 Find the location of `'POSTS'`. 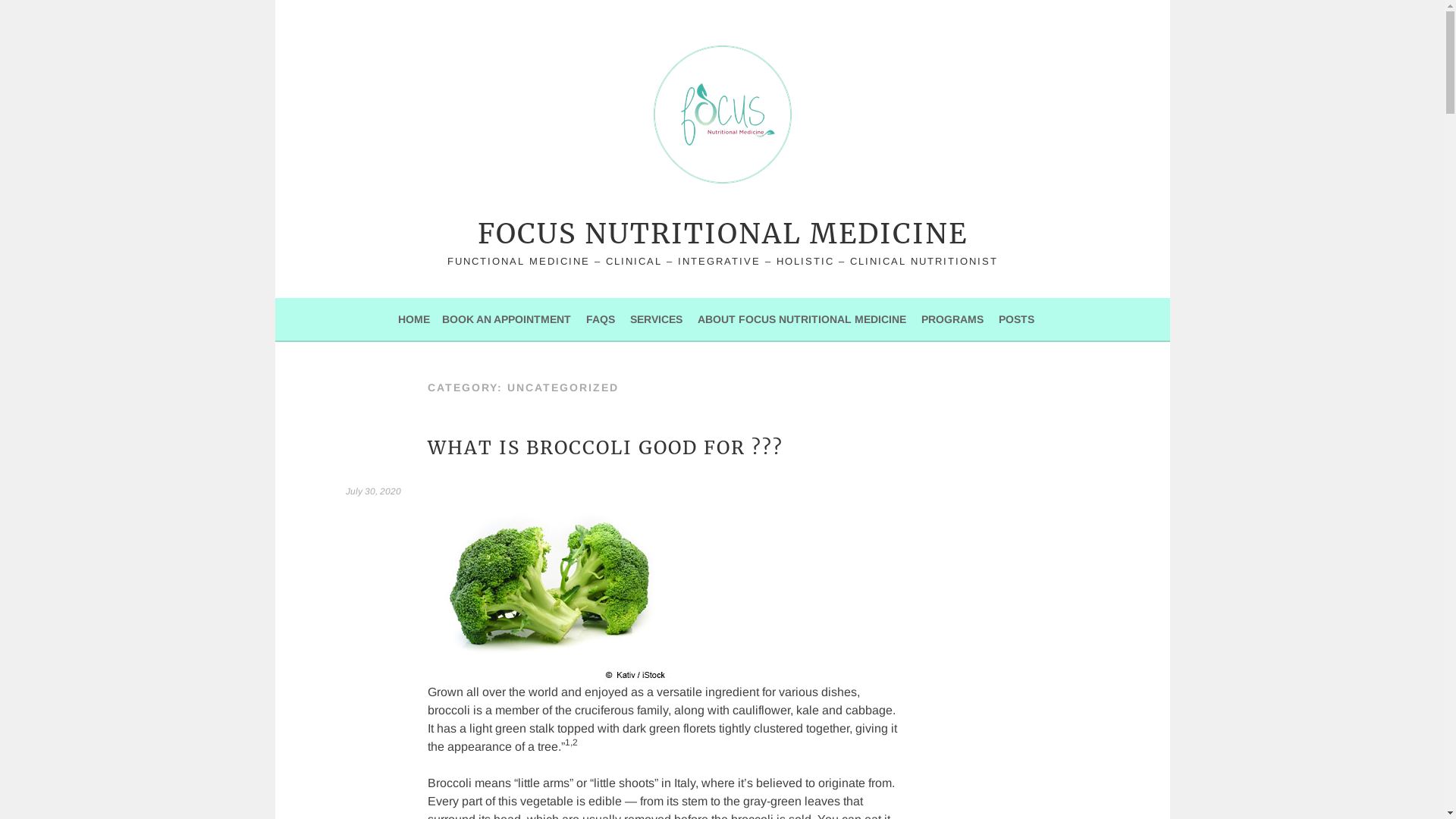

'POSTS' is located at coordinates (1016, 318).